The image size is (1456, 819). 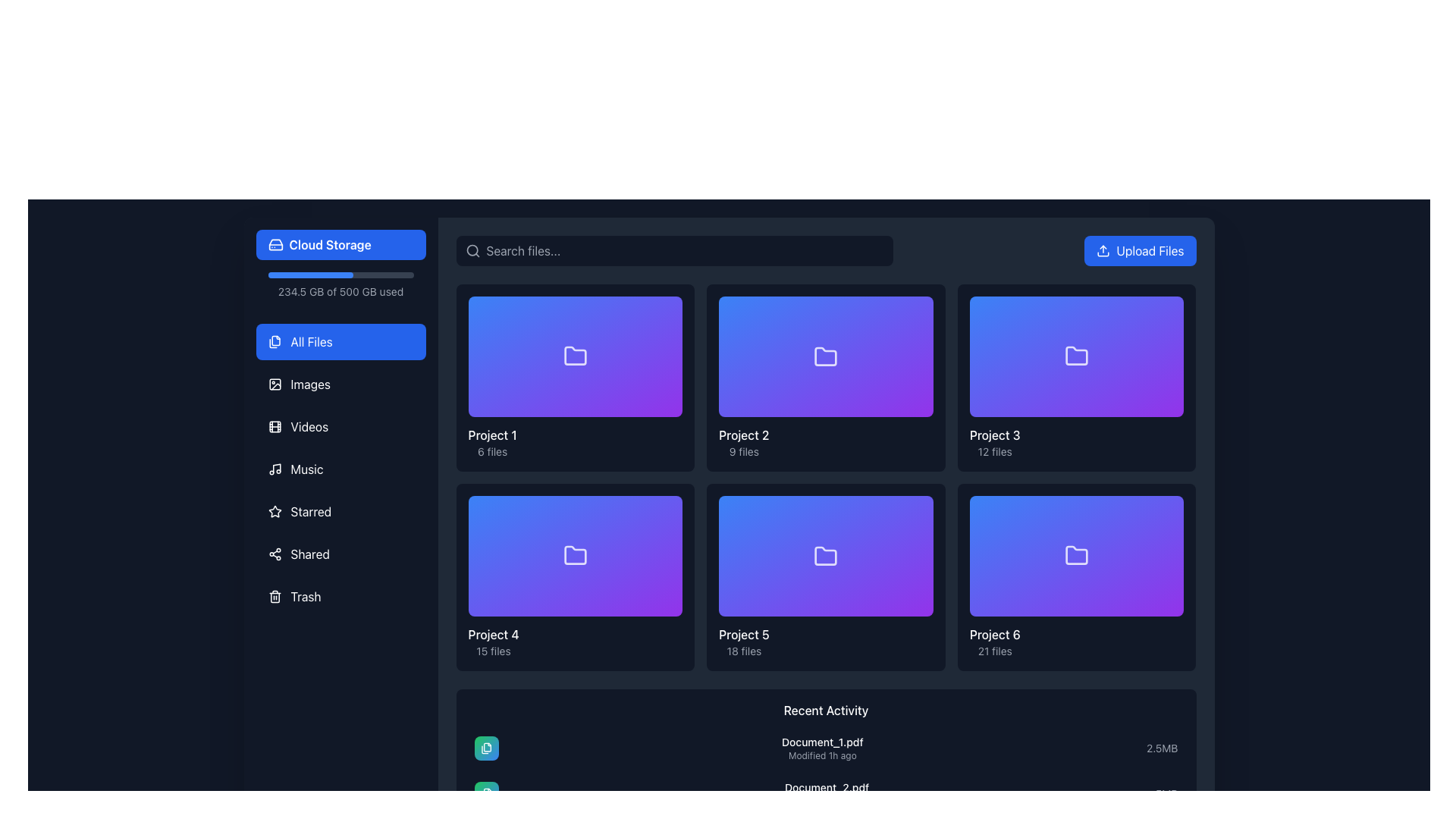 What do you see at coordinates (667, 311) in the screenshot?
I see `the context menu trigger button located at the top-right corner of the 'Project 1' folder box` at bounding box center [667, 311].